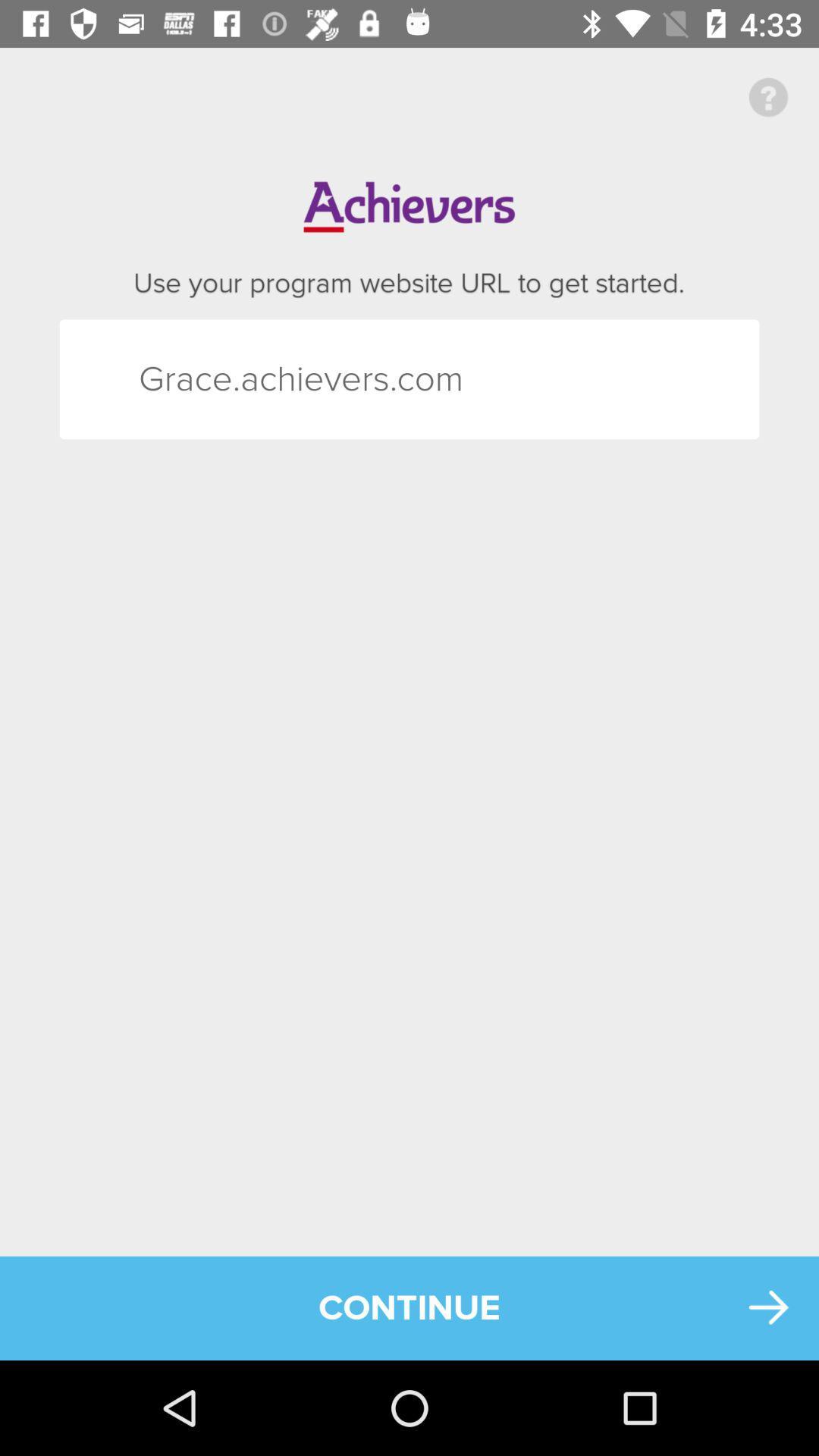 The image size is (819, 1456). Describe the element at coordinates (166, 379) in the screenshot. I see `the icon at the top left corner` at that location.